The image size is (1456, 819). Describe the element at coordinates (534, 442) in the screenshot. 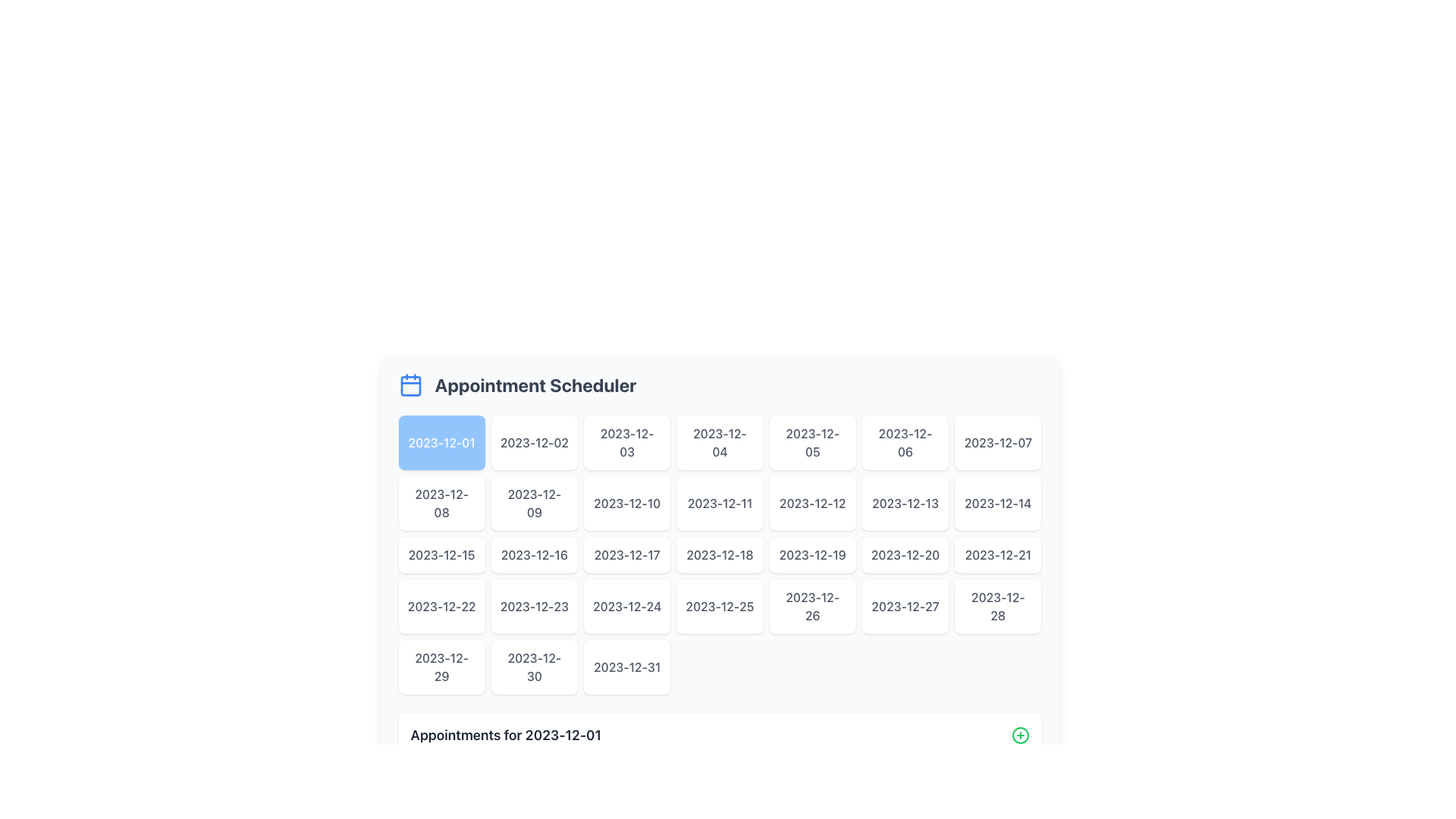

I see `the button labeled '2023-12-02' in the Appointment Scheduler section` at that location.